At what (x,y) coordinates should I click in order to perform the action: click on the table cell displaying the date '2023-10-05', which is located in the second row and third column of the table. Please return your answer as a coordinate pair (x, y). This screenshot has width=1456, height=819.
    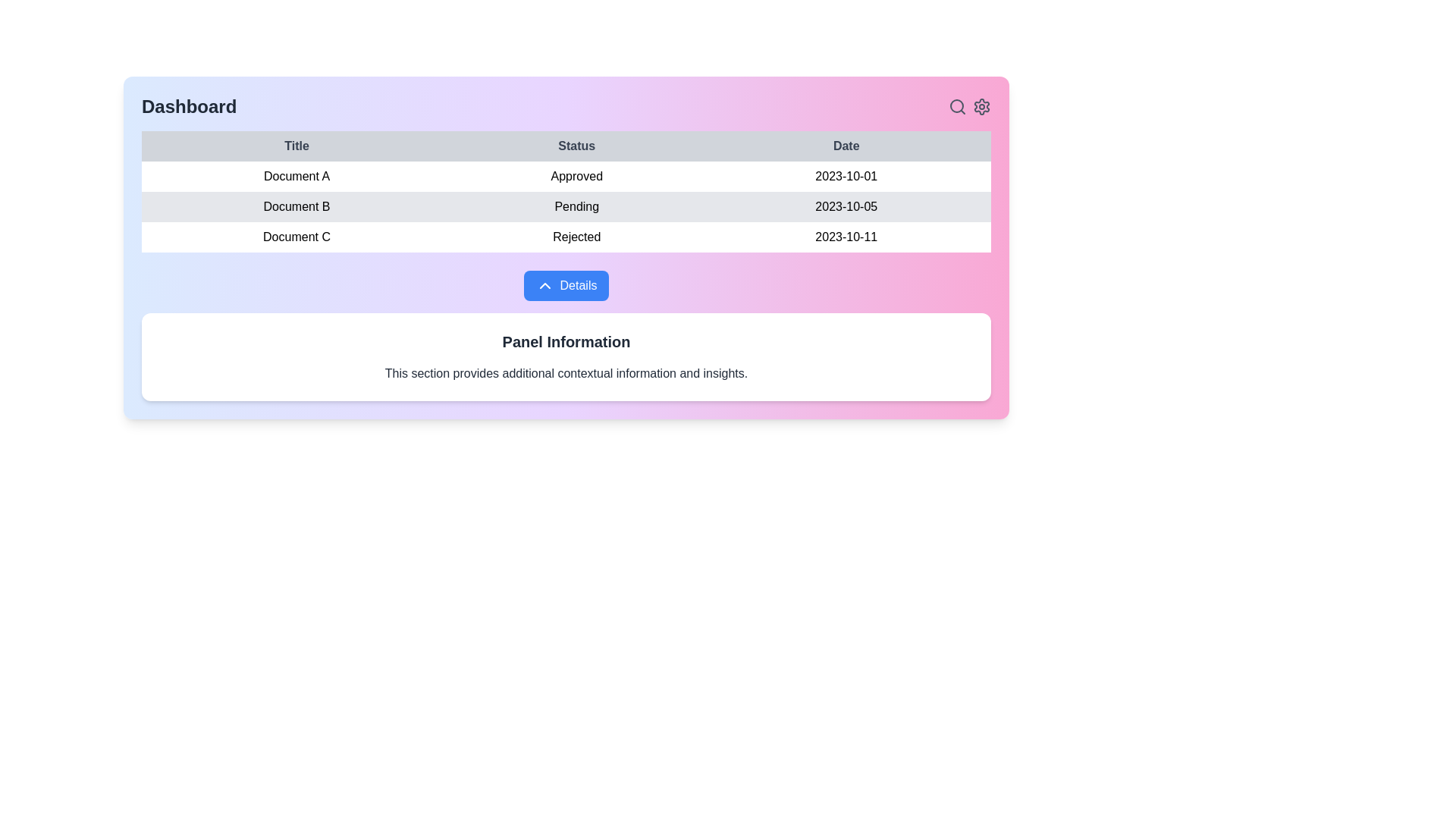
    Looking at the image, I should click on (846, 207).